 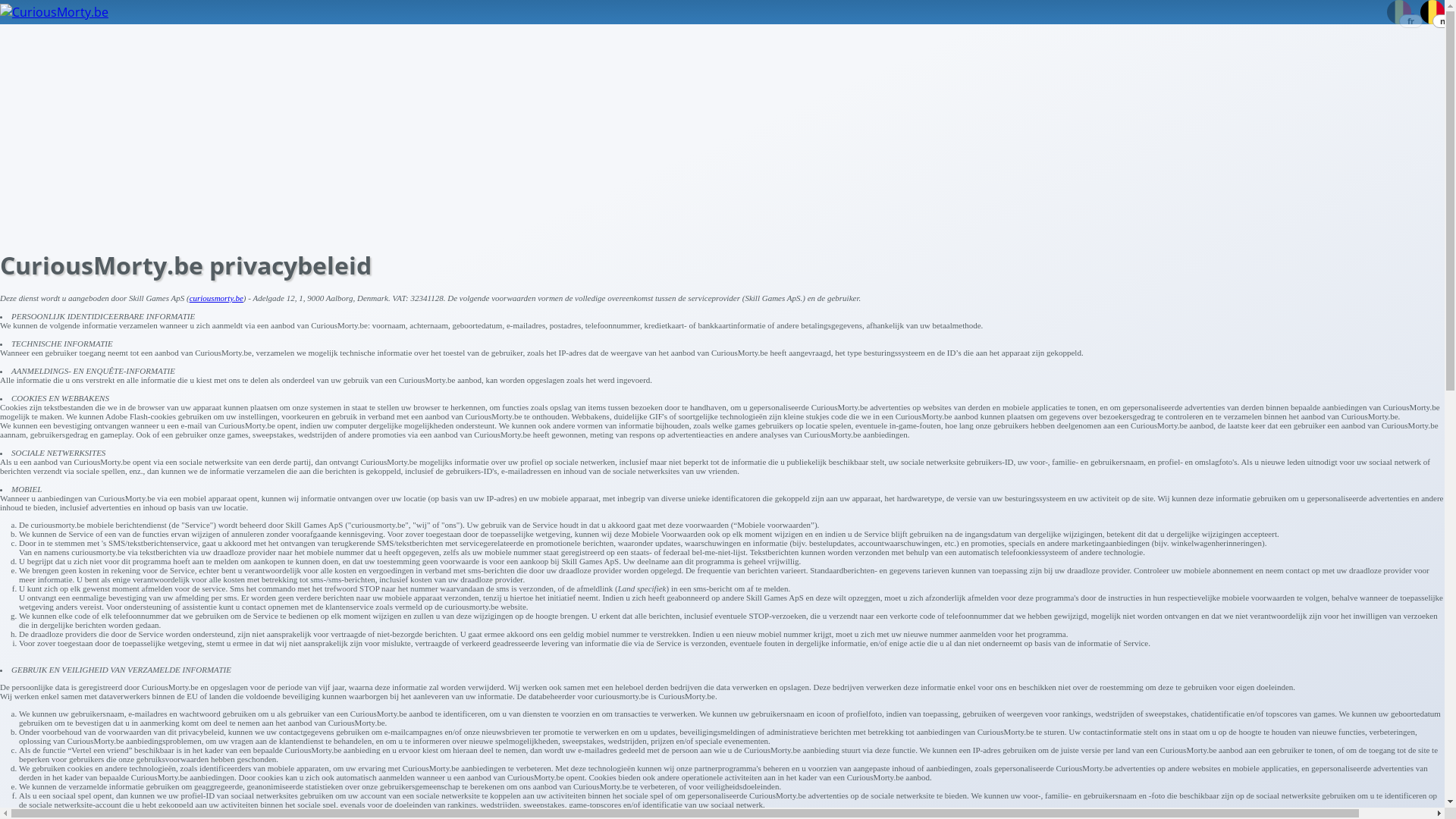 What do you see at coordinates (215, 298) in the screenshot?
I see `'curiousmorty.be'` at bounding box center [215, 298].